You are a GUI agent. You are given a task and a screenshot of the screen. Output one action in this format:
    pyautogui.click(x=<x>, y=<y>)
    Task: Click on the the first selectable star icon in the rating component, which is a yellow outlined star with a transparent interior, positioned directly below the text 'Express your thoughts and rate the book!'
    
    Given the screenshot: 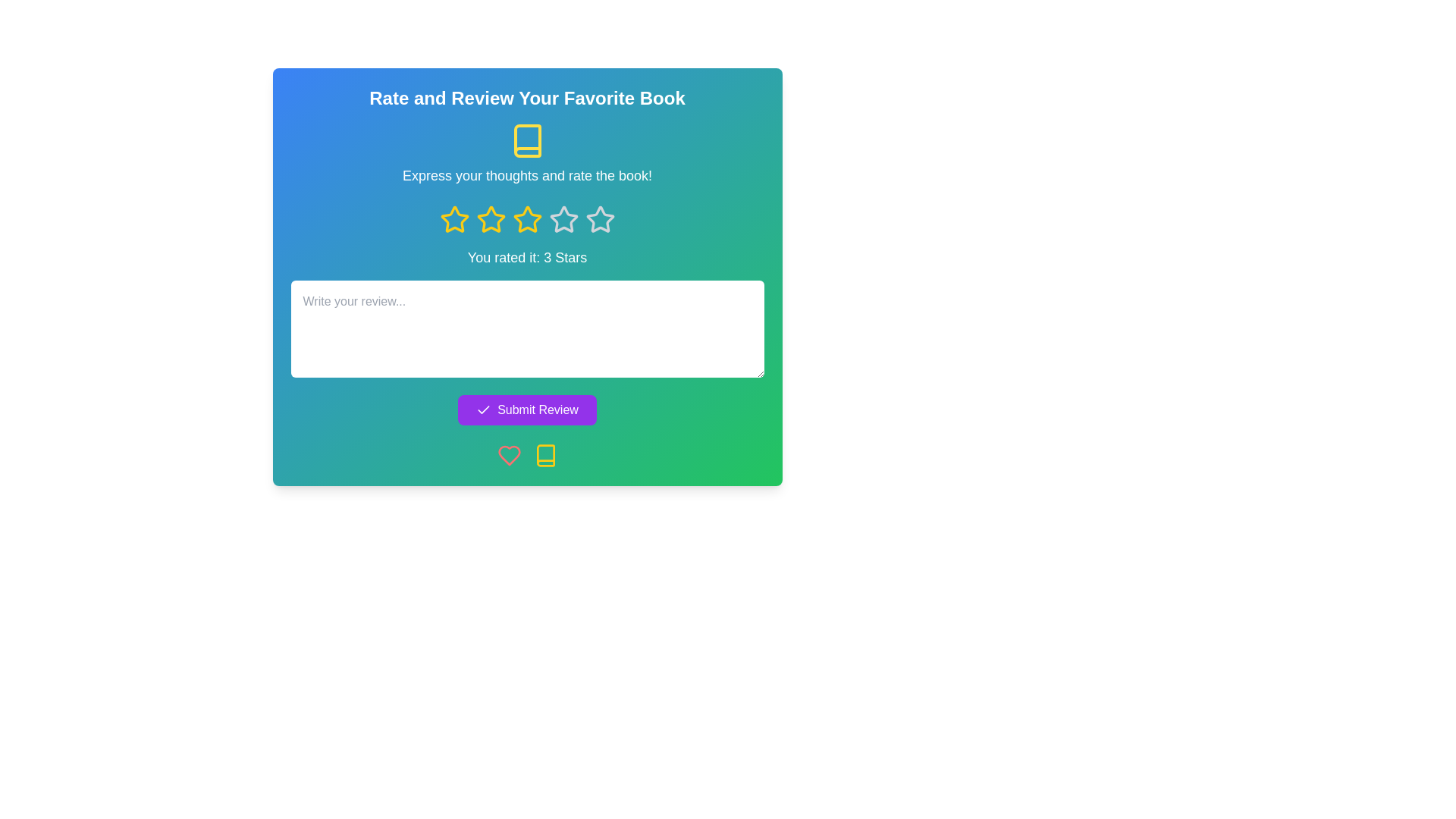 What is the action you would take?
    pyautogui.click(x=453, y=219)
    